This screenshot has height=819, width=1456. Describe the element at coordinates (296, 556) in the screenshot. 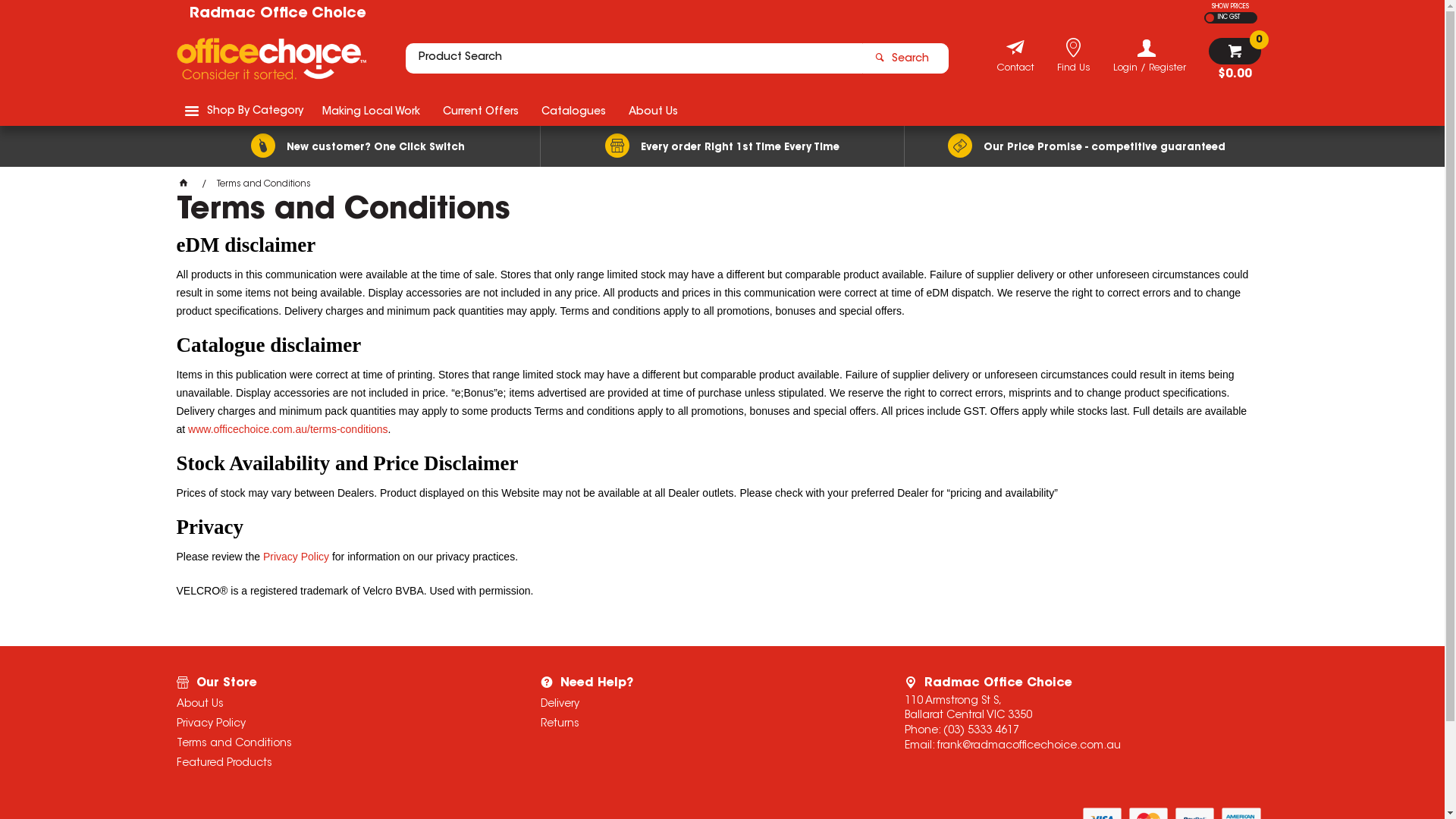

I see `'Privacy Policy'` at that location.